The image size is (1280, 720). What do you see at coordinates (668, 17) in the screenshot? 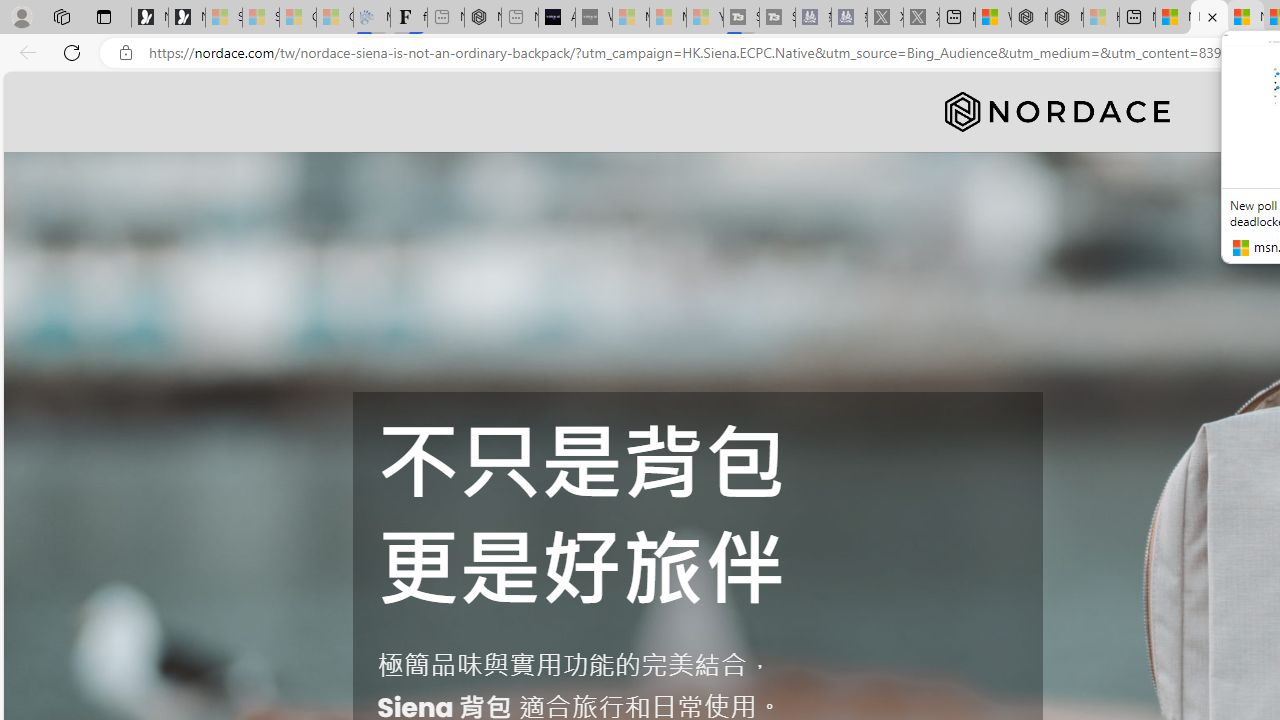
I see `'Microsoft Start - Sleeping'` at bounding box center [668, 17].